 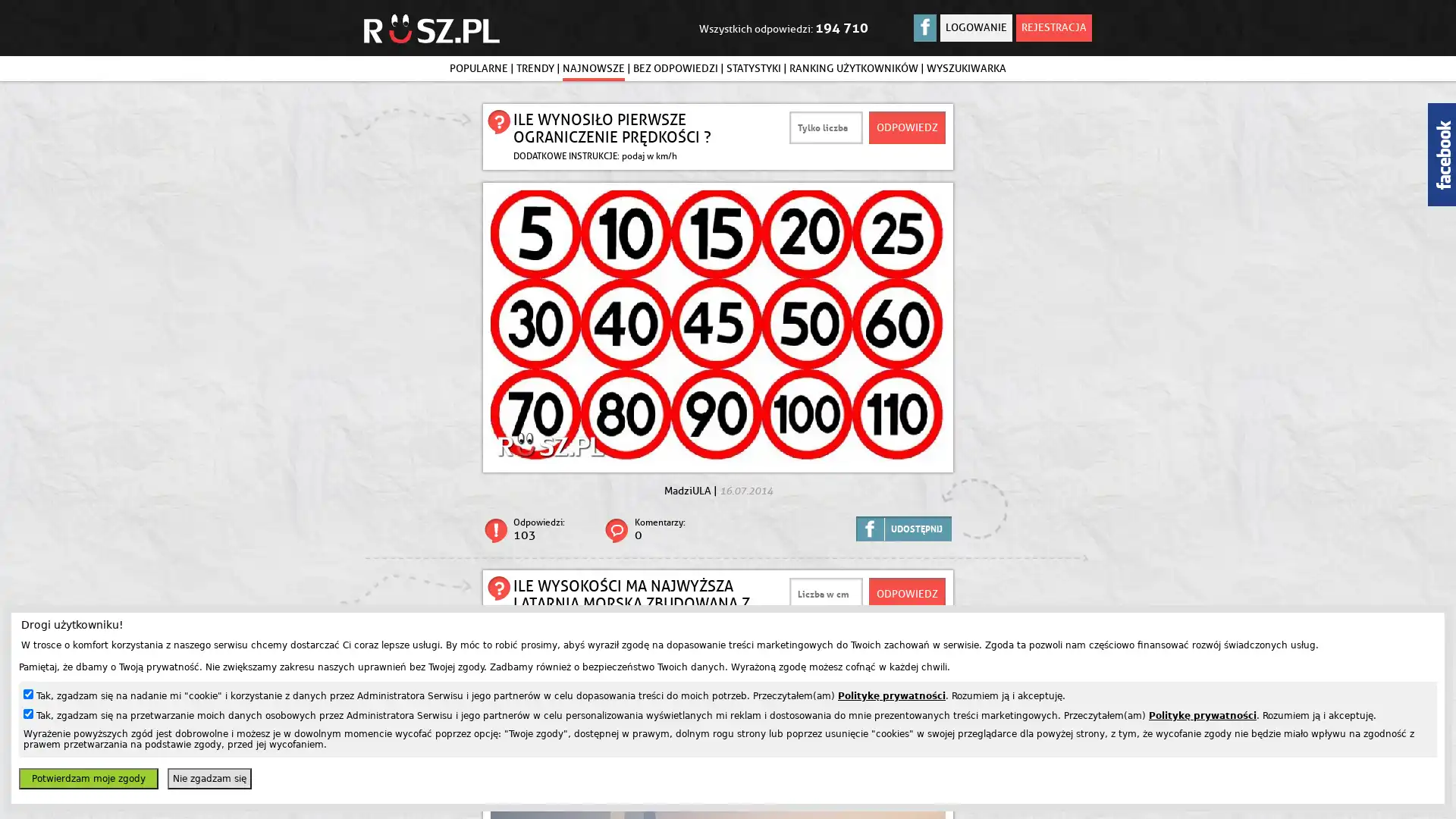 I want to click on Nie zgadzam sie, so click(x=209, y=778).